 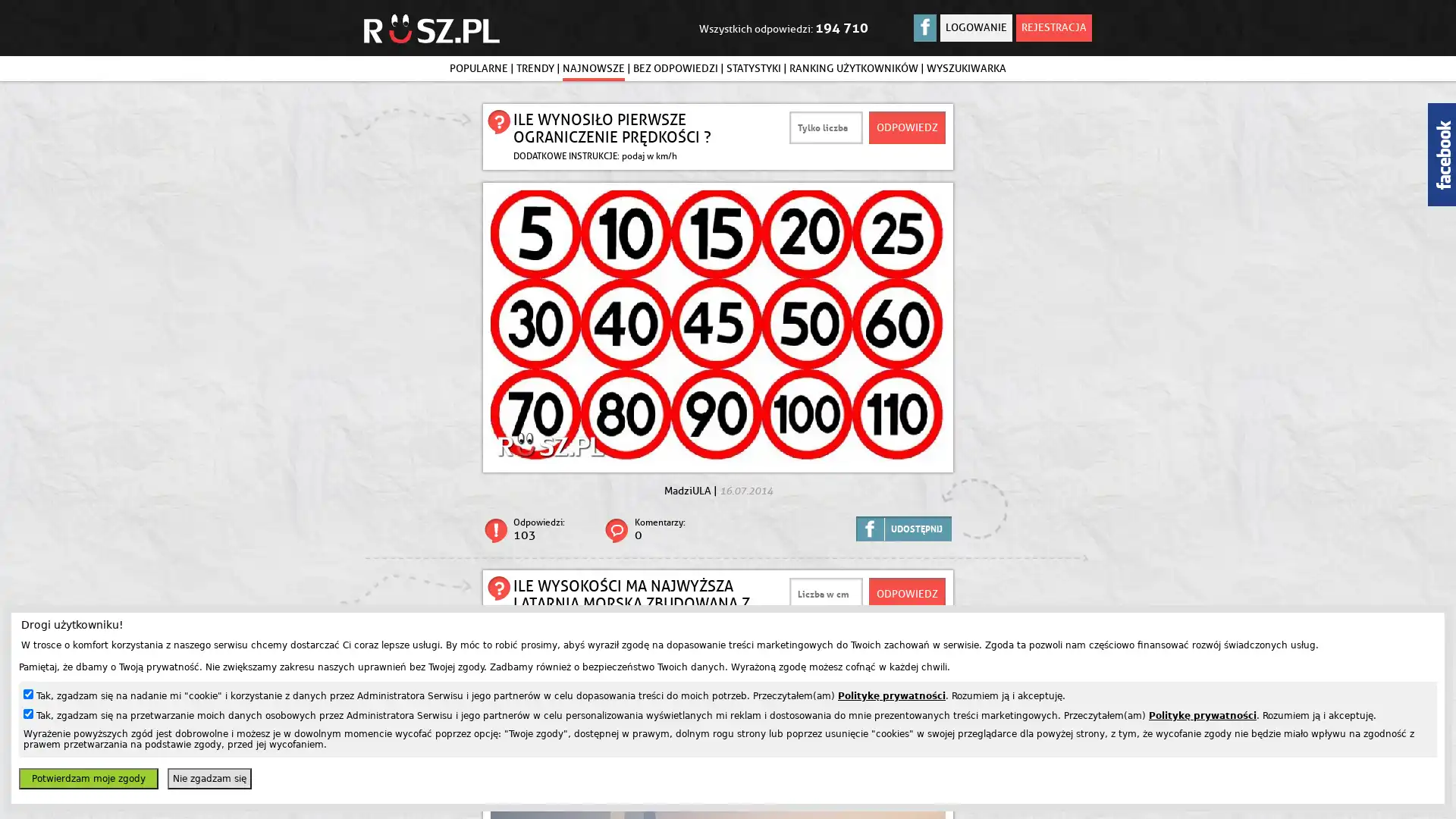 I want to click on Nie zgadzam sie, so click(x=209, y=778).